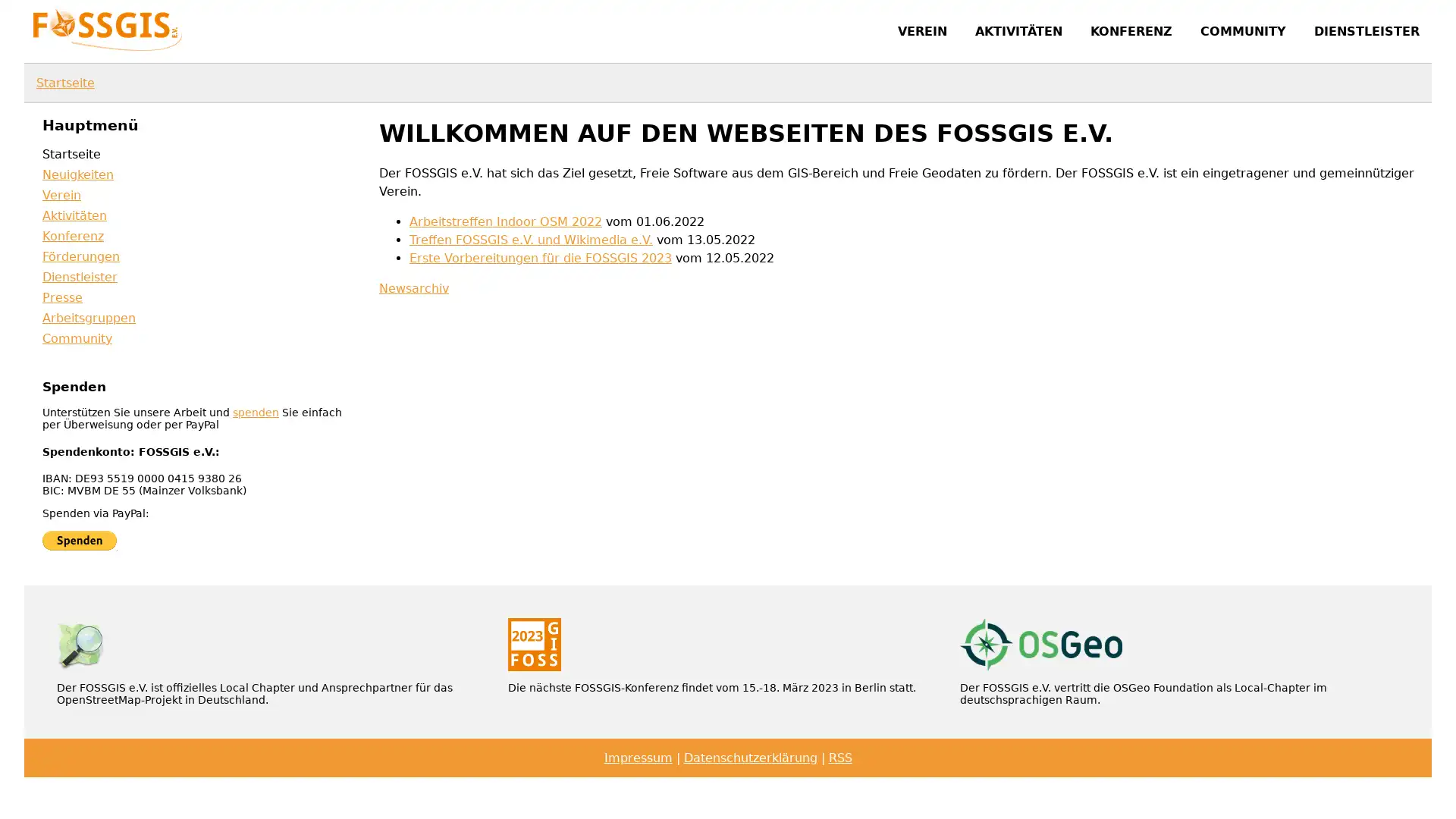 This screenshot has height=819, width=1456. Describe the element at coordinates (79, 539) in the screenshot. I see `Jetzt einfach, schnell und sicher online bezahlen mit PayPal.` at that location.